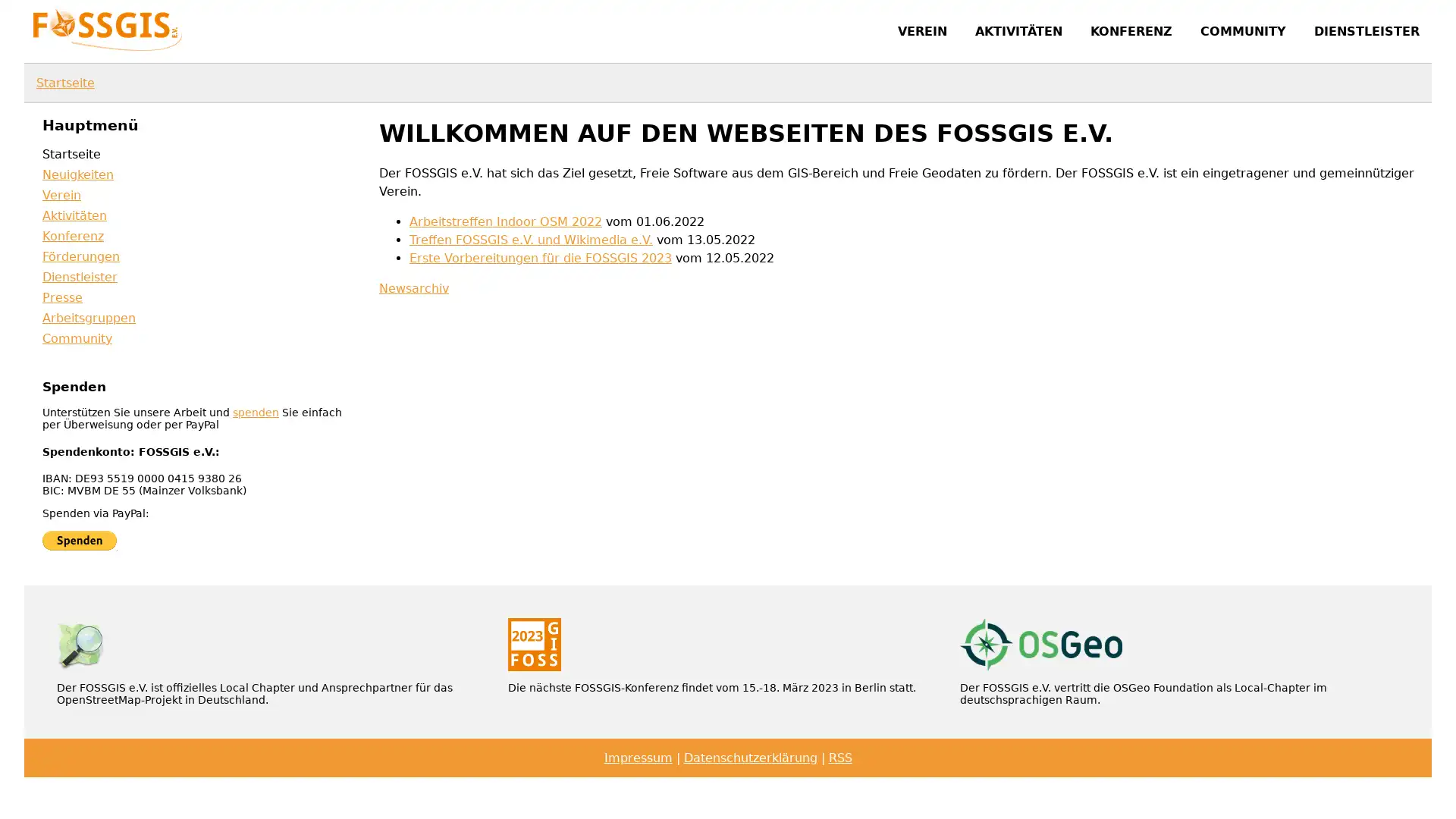 This screenshot has height=819, width=1456. Describe the element at coordinates (79, 539) in the screenshot. I see `Jetzt einfach, schnell und sicher online bezahlen mit PayPal.` at that location.